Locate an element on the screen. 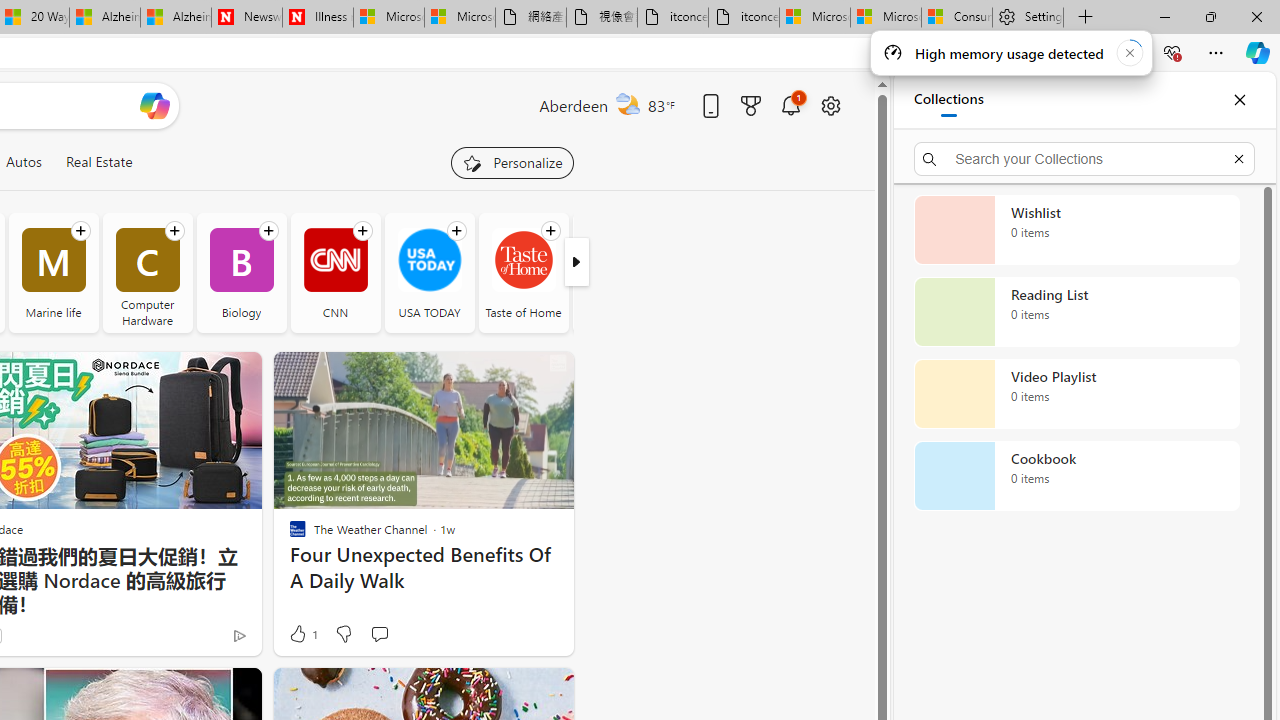 This screenshot has height=720, width=1280. 'Computer Hardware' is located at coordinates (146, 272).